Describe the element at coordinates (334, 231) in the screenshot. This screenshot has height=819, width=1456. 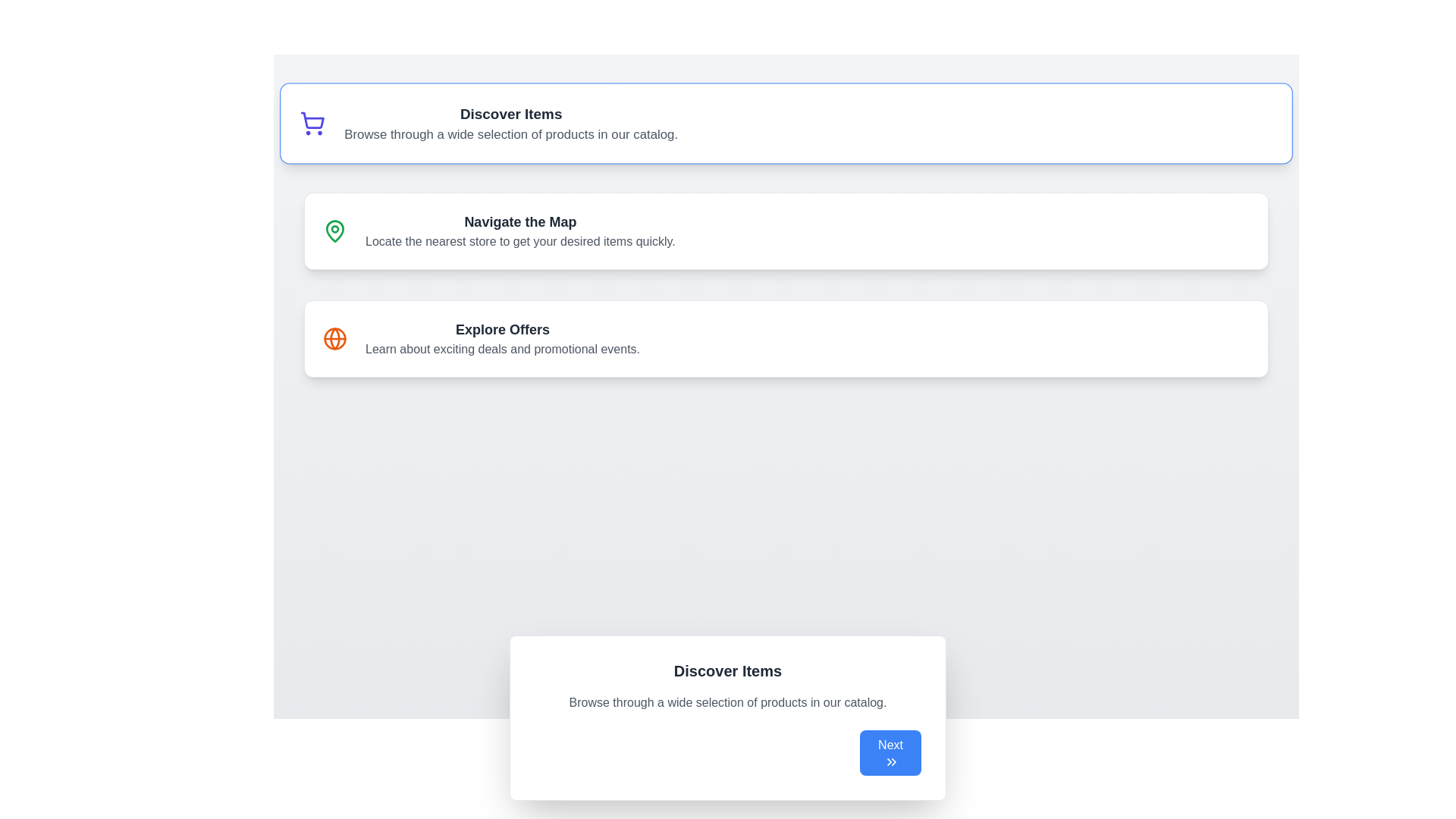
I see `the green map pin icon located in the top-left corner of the 'Navigate the Map' card, positioned just before the title text` at that location.